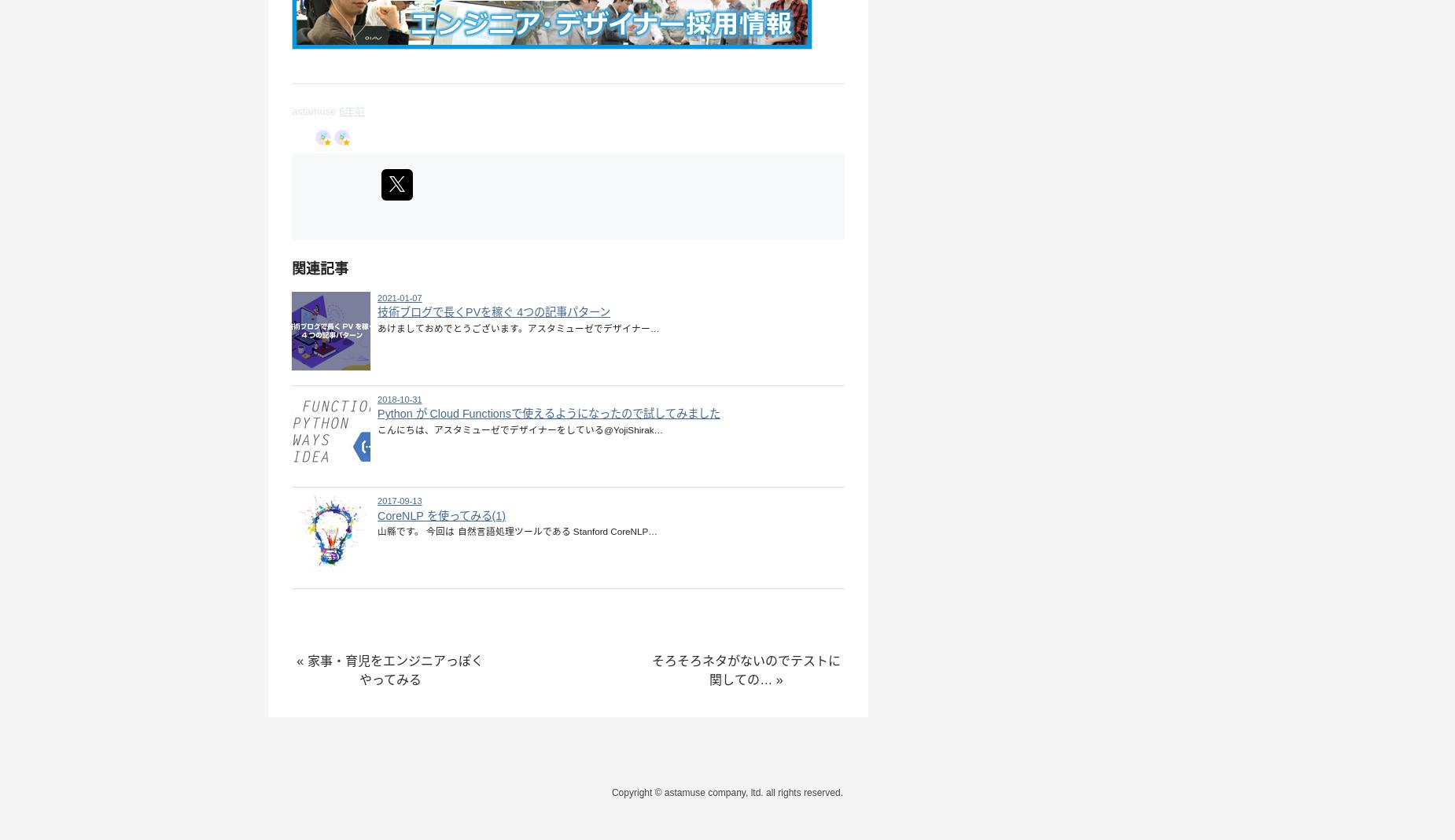  I want to click on '技術ブログで長くPVを稼ぐ 4つの記事パターン', so click(494, 311).